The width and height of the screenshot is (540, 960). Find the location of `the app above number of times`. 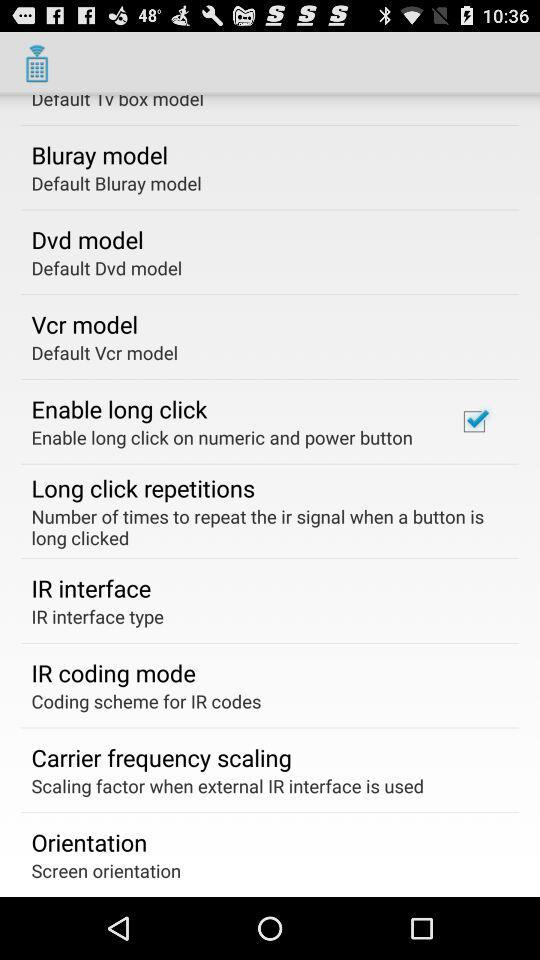

the app above number of times is located at coordinates (473, 421).